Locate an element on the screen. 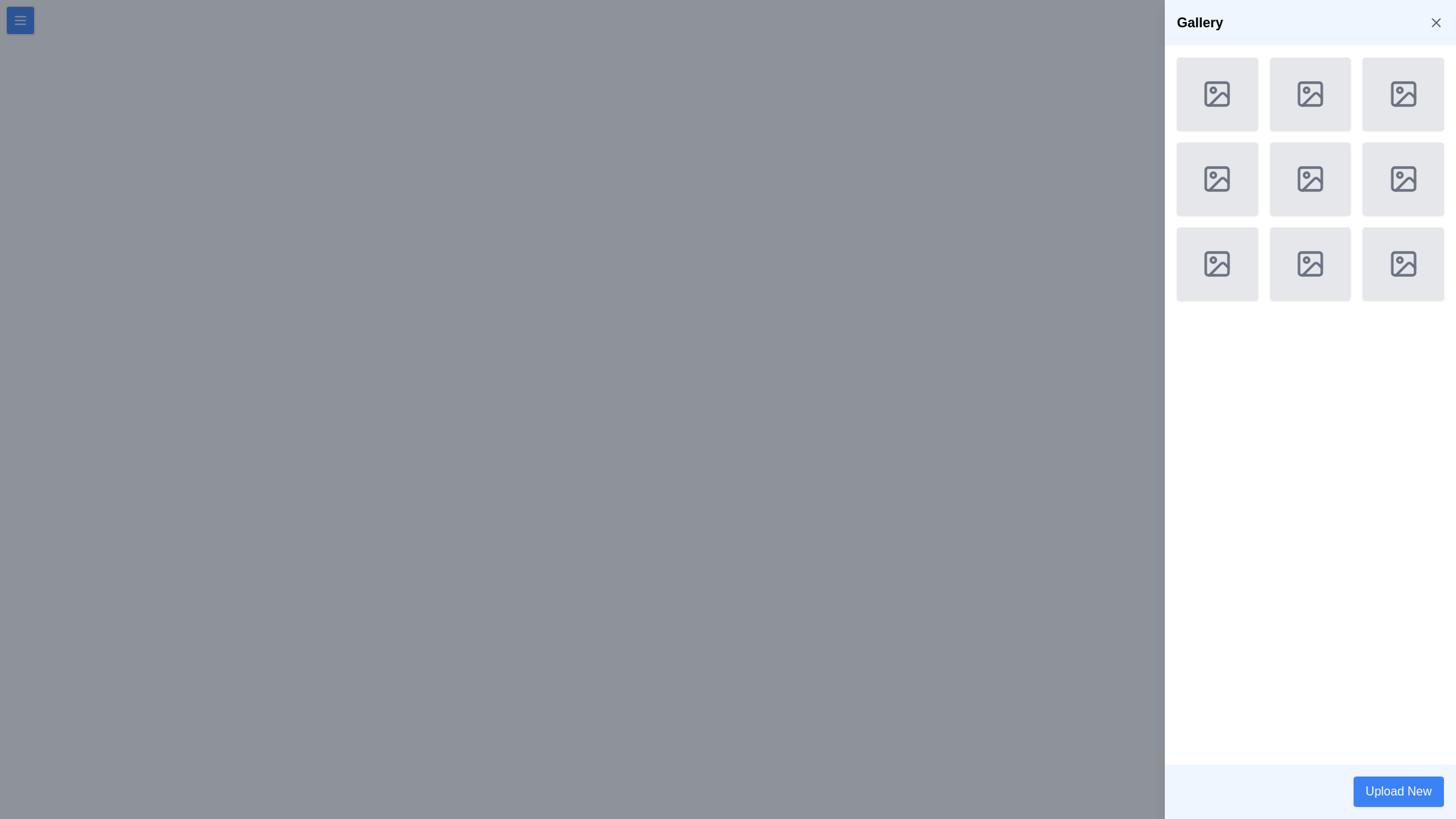 This screenshot has width=1456, height=819. the Grid Item placeholder located in the first row, second column of the 3x3 tile layout, which is a square tile with rounded corners and a centered image icon is located at coordinates (1310, 93).